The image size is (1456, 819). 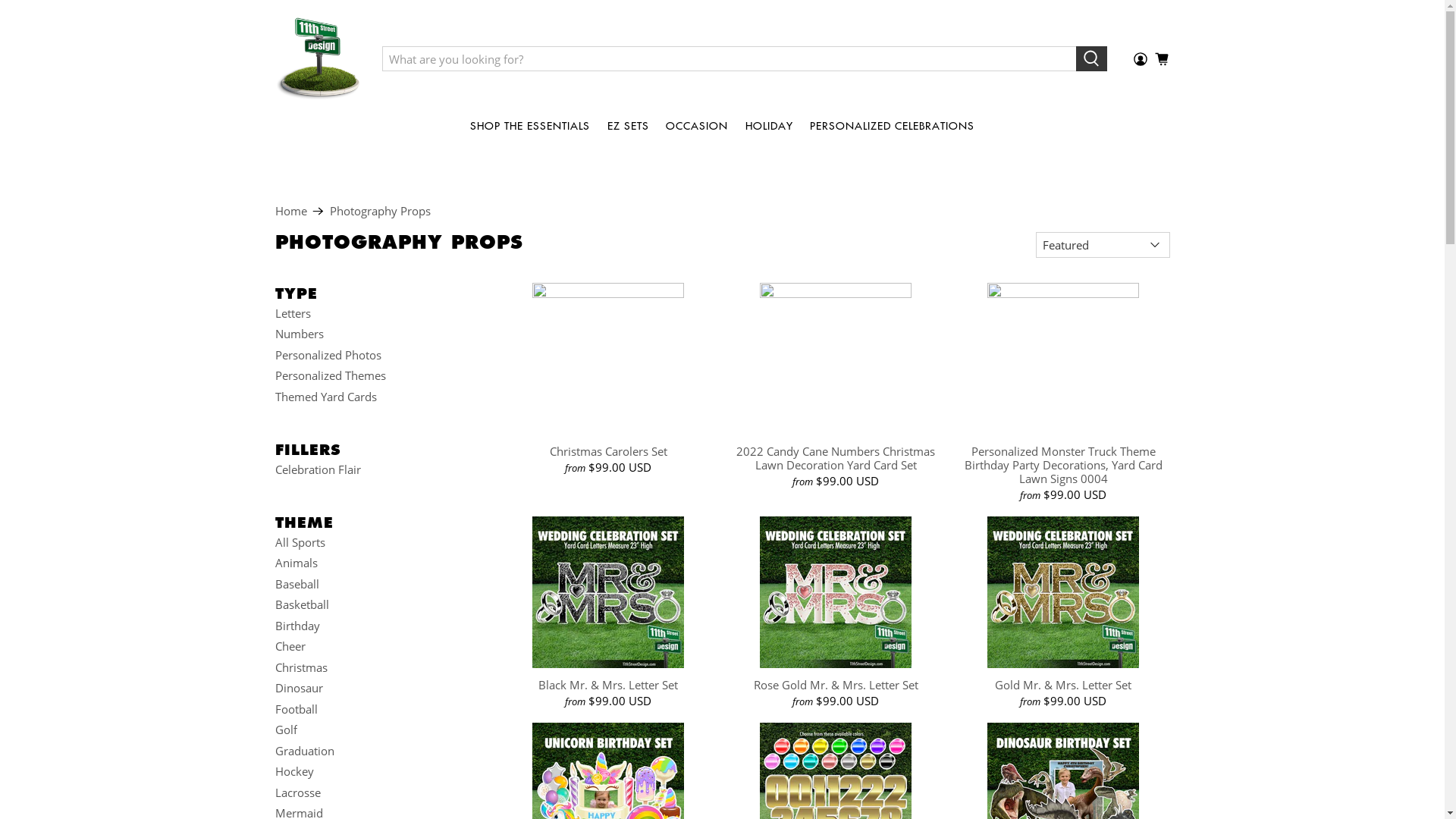 What do you see at coordinates (379, 211) in the screenshot?
I see `'Photography Props'` at bounding box center [379, 211].